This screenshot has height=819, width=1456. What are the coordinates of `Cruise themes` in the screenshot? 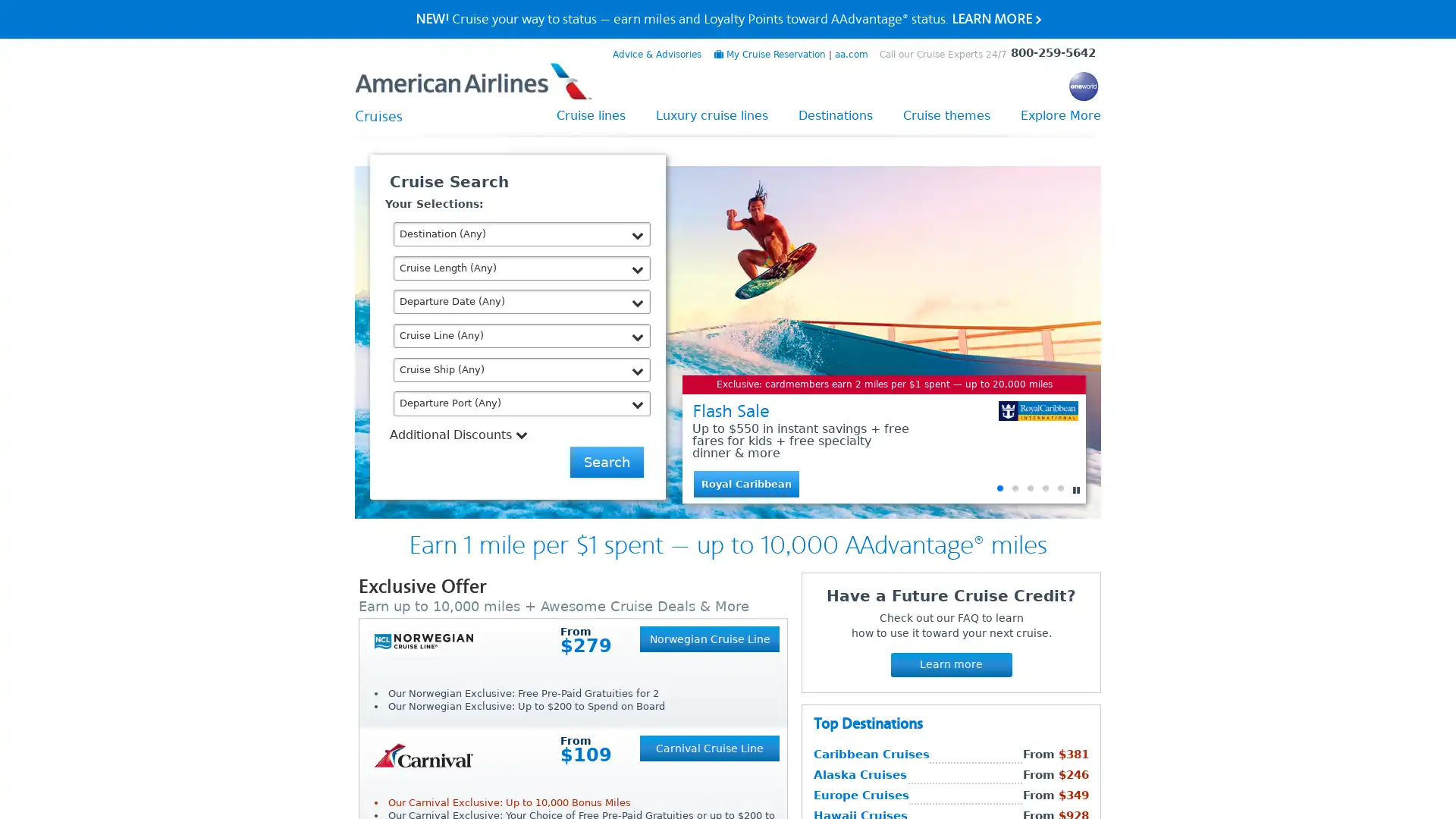 It's located at (946, 114).